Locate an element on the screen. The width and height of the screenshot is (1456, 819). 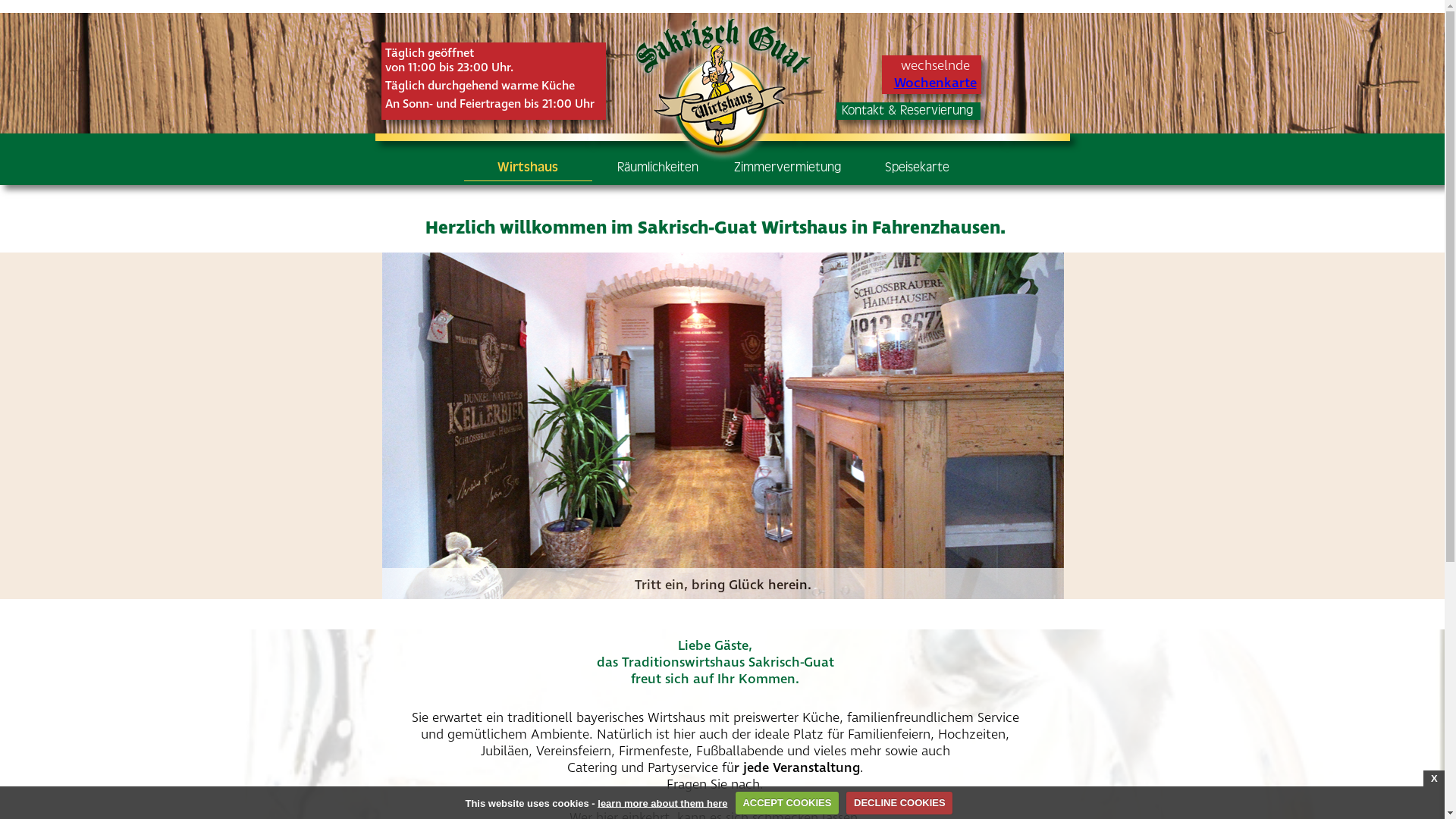
'Kontakt & Reservierung' is located at coordinates (907, 110).